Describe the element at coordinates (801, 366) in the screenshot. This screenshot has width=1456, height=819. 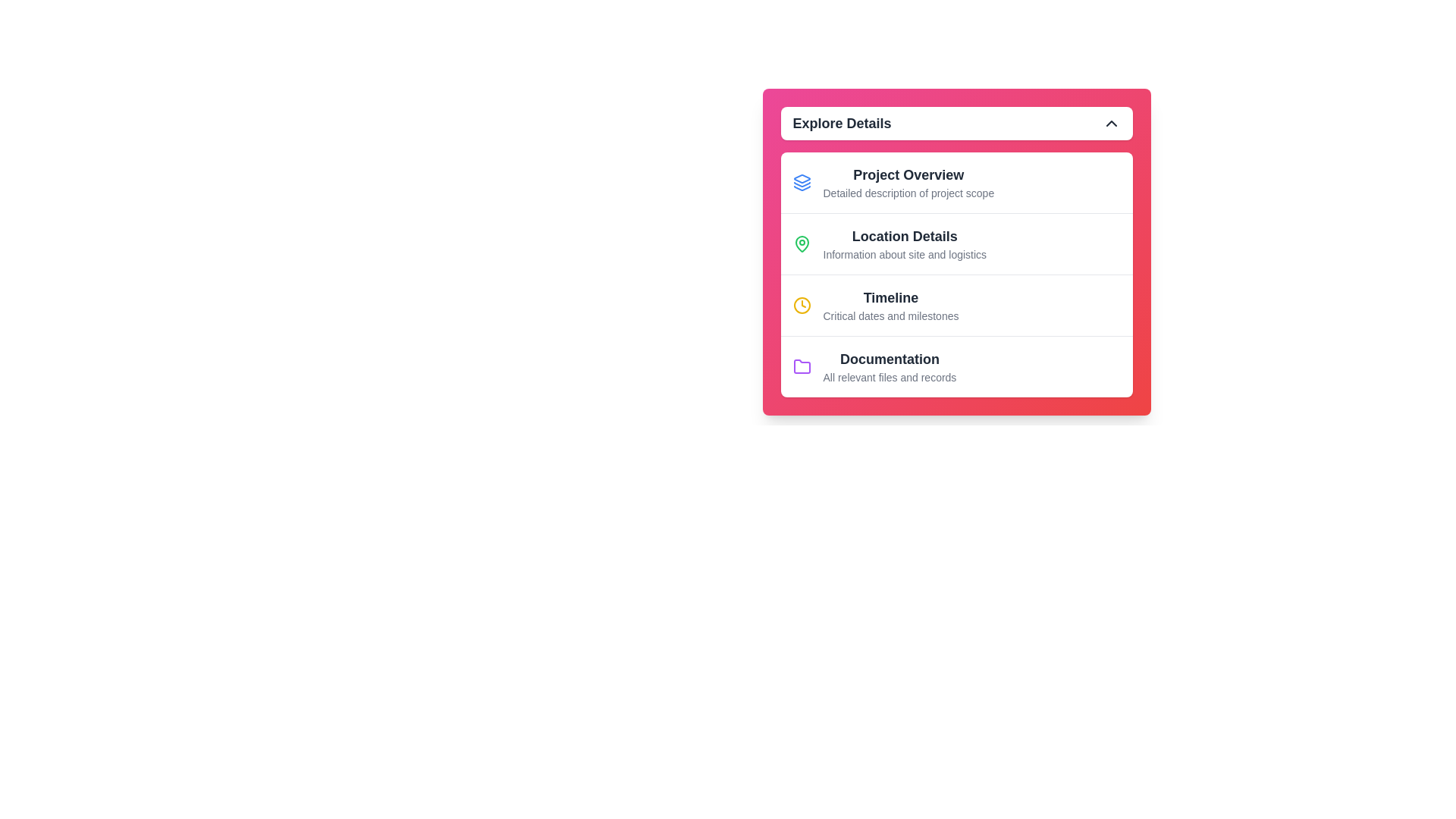
I see `the purple folder icon, which is the leftmost element in the 'Documentation' row within the 'Explore Details' section` at that location.